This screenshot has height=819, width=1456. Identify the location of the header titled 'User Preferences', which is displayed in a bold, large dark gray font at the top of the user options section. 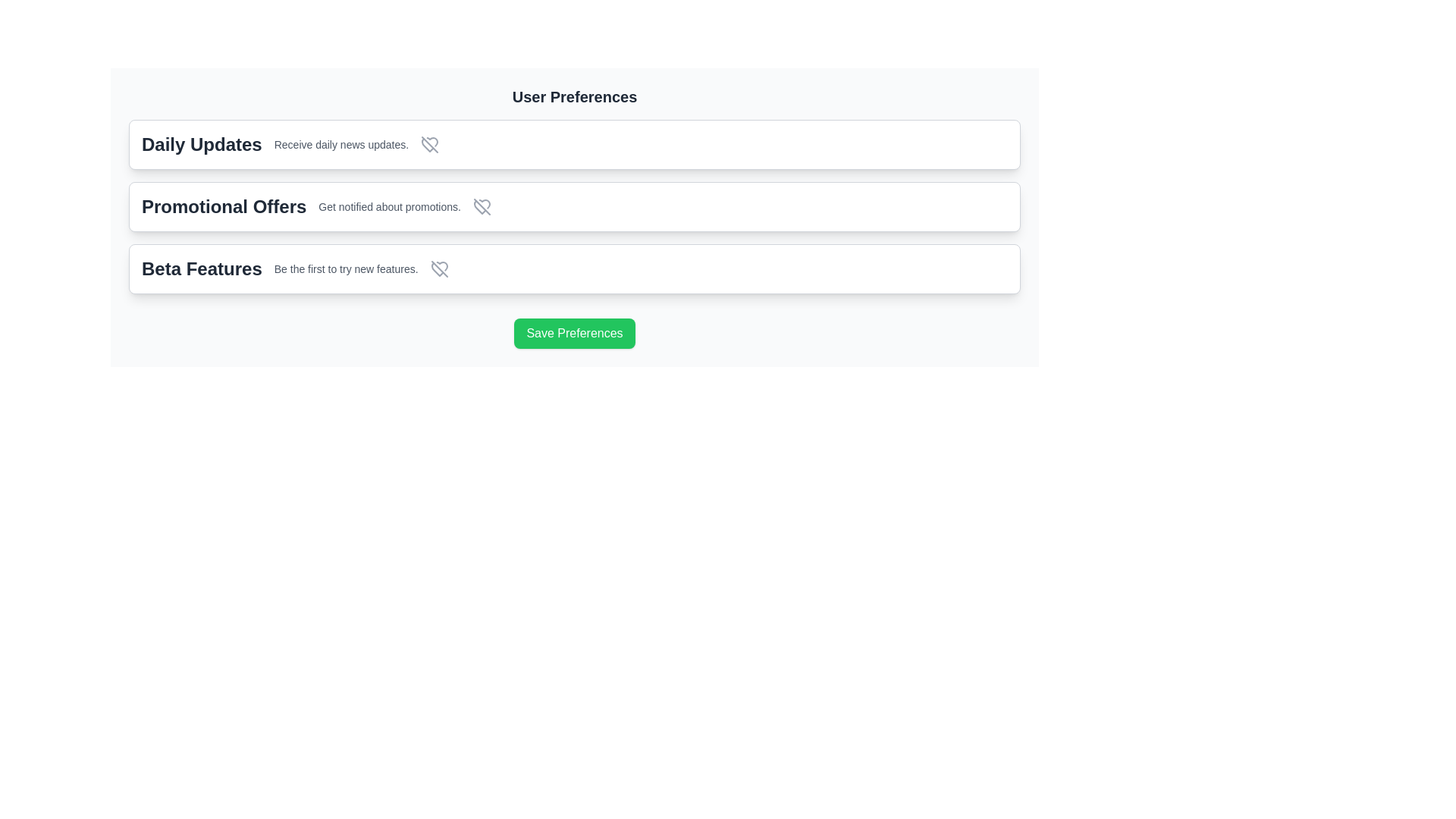
(574, 96).